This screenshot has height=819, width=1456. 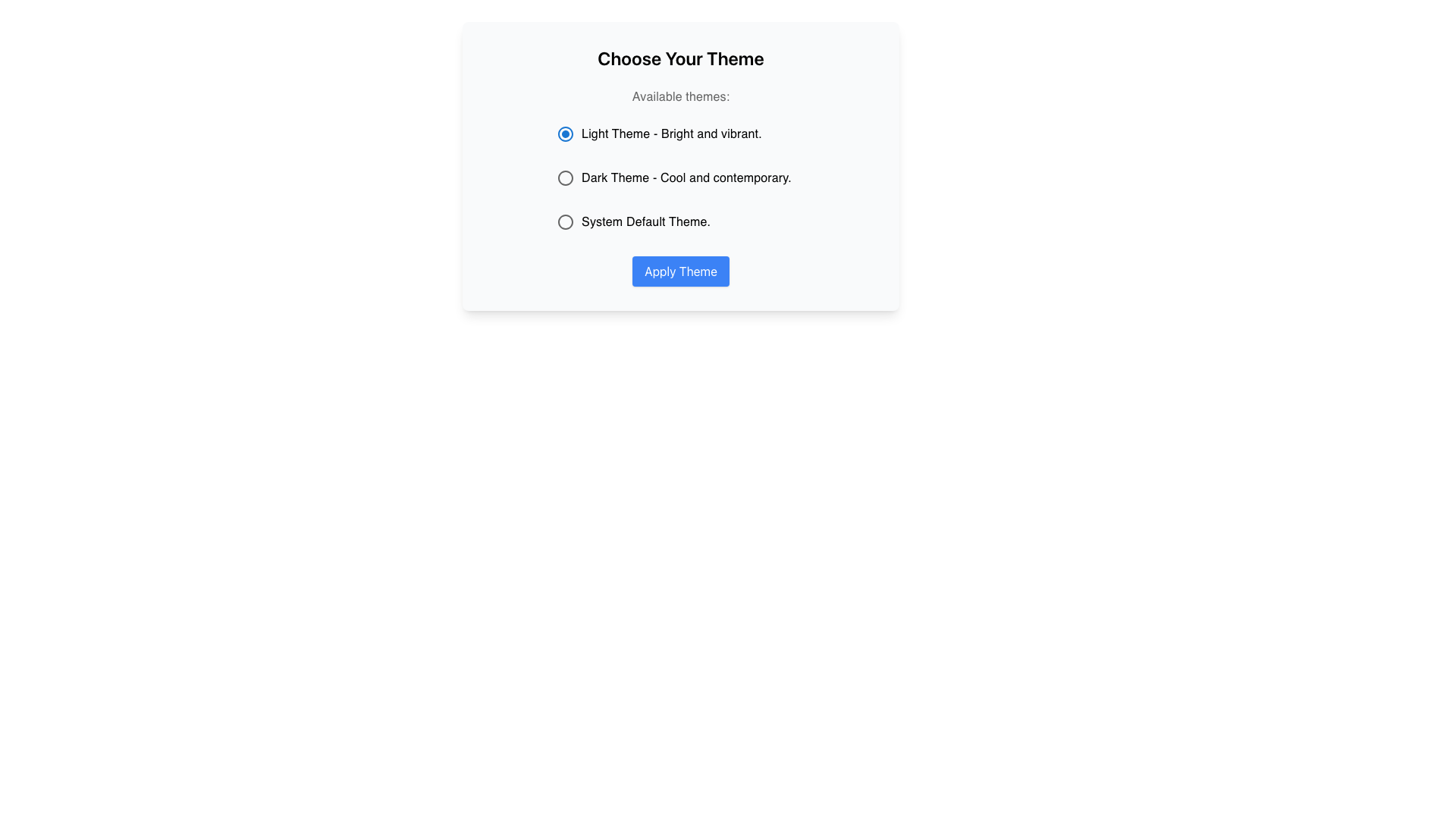 I want to click on the first circular radio button styled with a thin black border, so click(x=565, y=177).